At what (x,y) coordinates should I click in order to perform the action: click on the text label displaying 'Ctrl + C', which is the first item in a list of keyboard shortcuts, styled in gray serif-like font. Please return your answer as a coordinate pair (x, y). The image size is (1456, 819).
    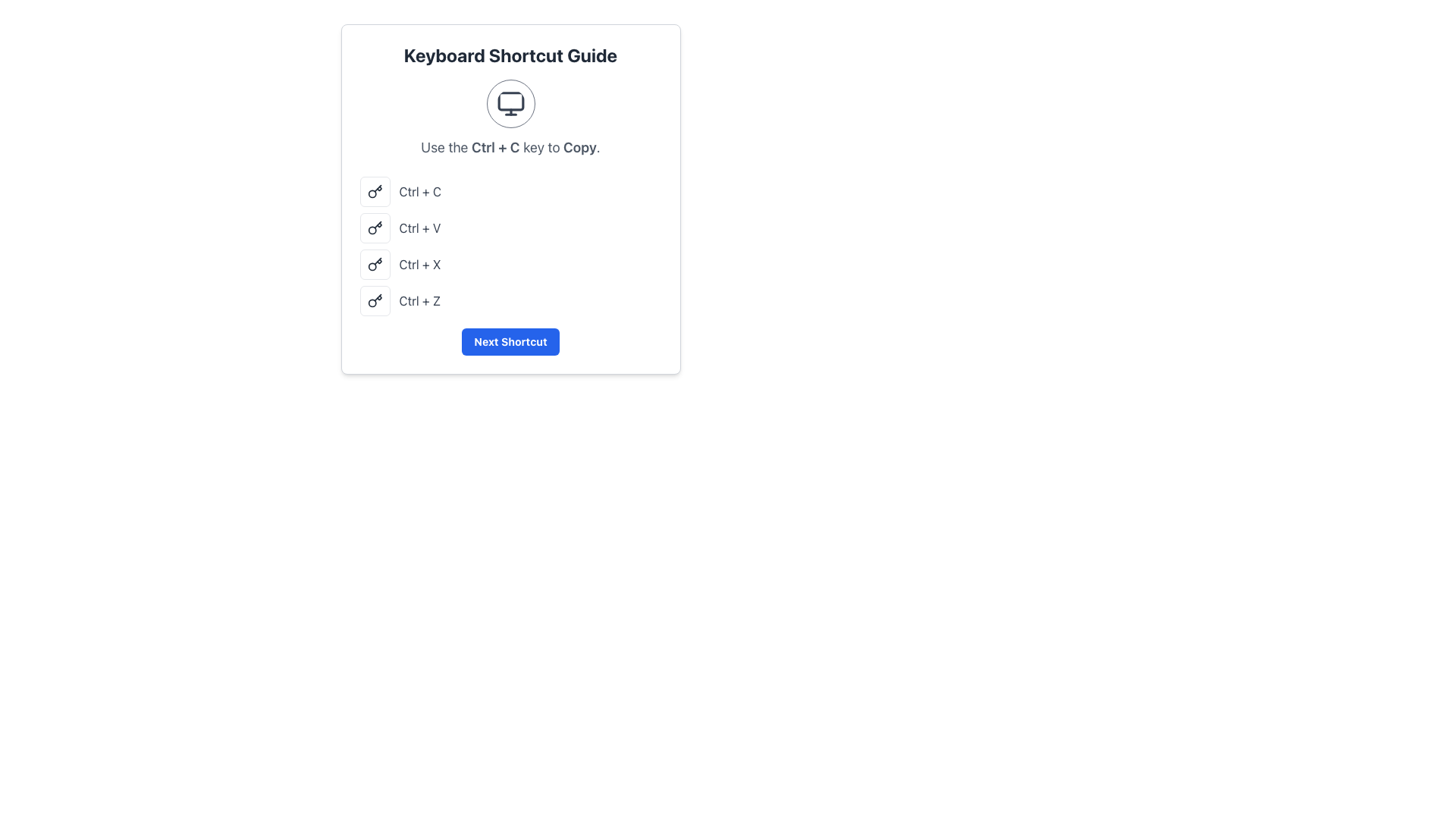
    Looking at the image, I should click on (420, 191).